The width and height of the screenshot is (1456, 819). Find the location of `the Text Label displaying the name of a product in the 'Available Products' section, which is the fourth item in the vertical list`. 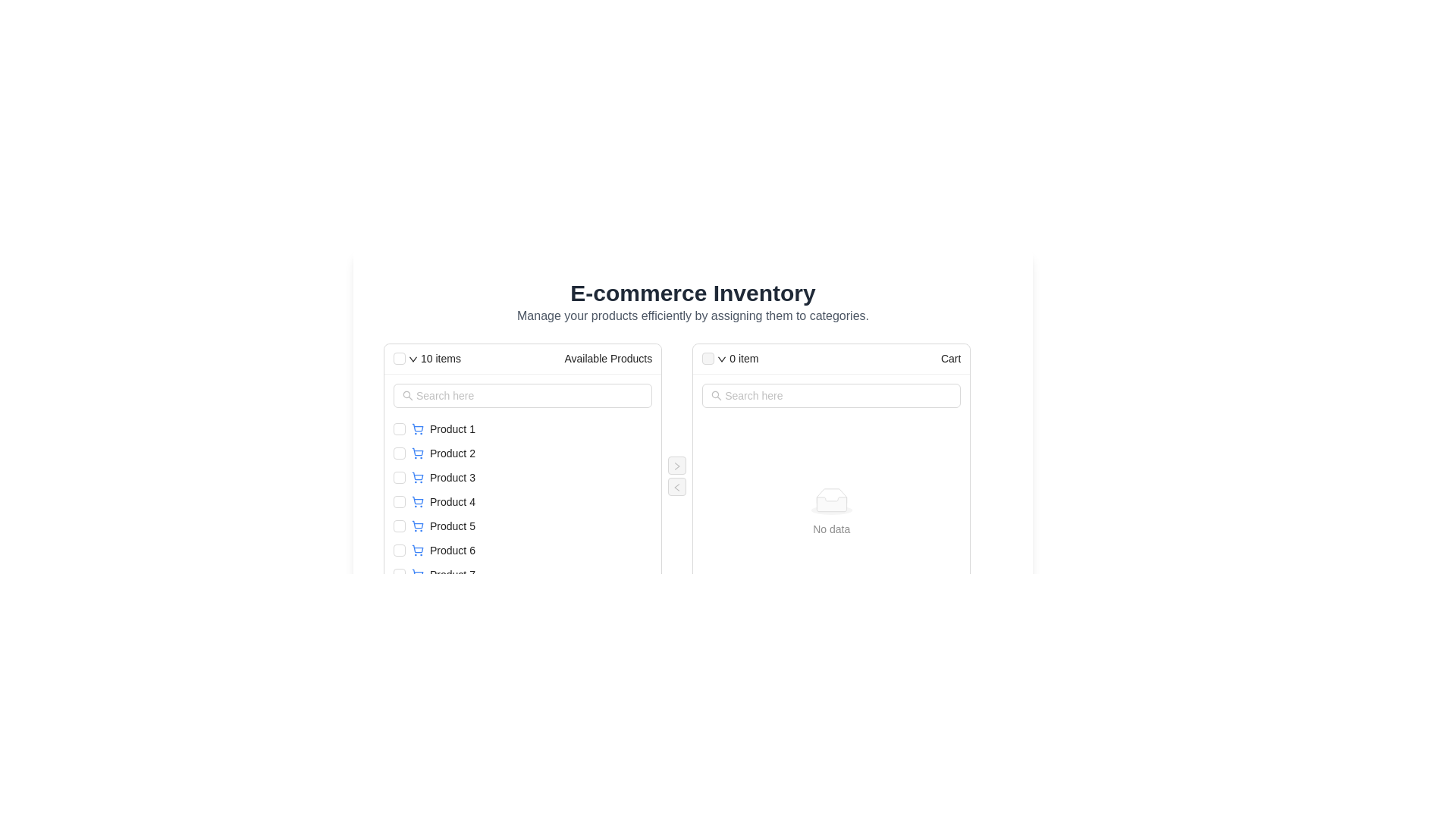

the Text Label displaying the name of a product in the 'Available Products' section, which is the fourth item in the vertical list is located at coordinates (451, 502).